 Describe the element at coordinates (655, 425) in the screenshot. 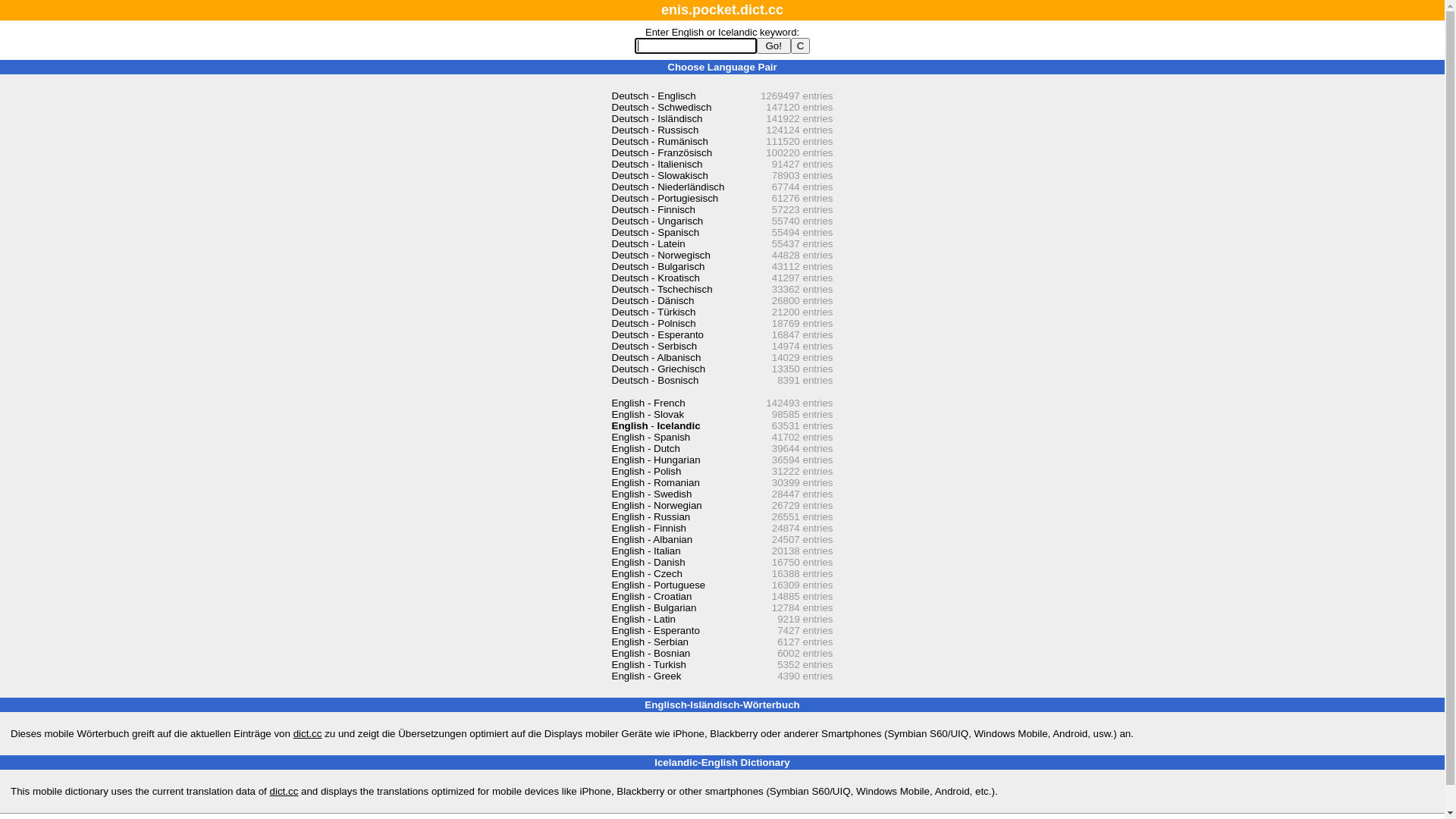

I see `'English - Icelandic'` at that location.